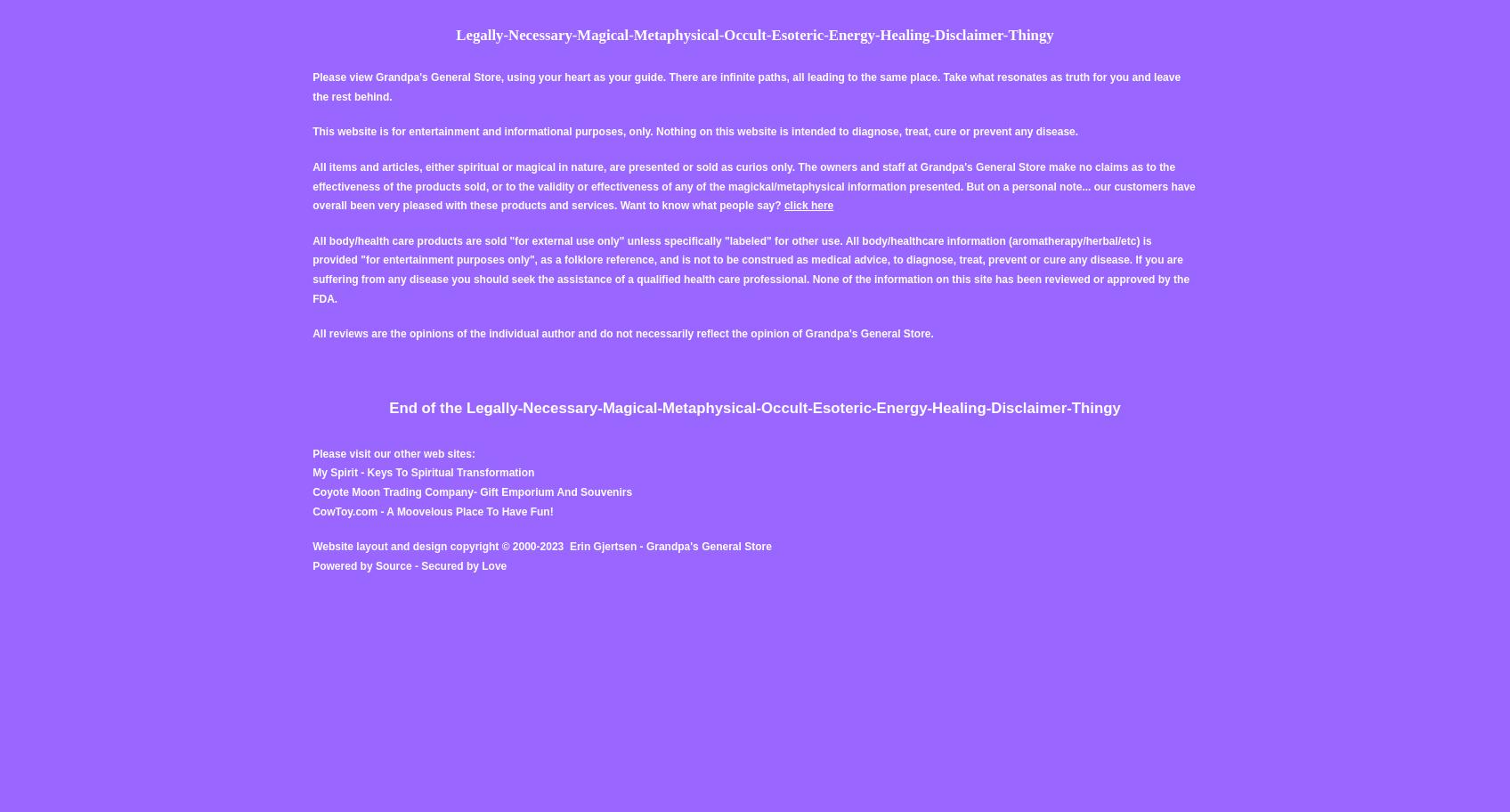 The width and height of the screenshot is (1510, 812). Describe the element at coordinates (313, 333) in the screenshot. I see `'All reviews are the opinions of the individual author and do not necessarily reflect the opinion of Grandpa's General Store.'` at that location.